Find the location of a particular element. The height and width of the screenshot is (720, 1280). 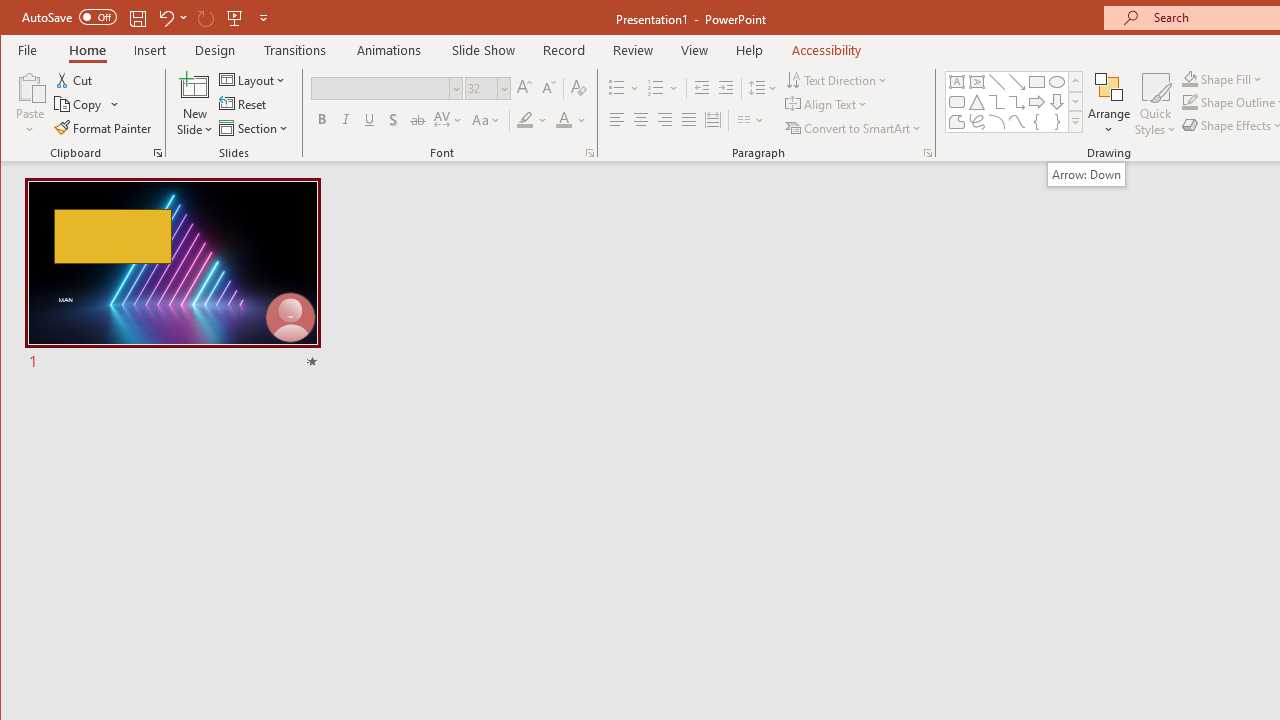

'Character Spacing' is located at coordinates (448, 120).